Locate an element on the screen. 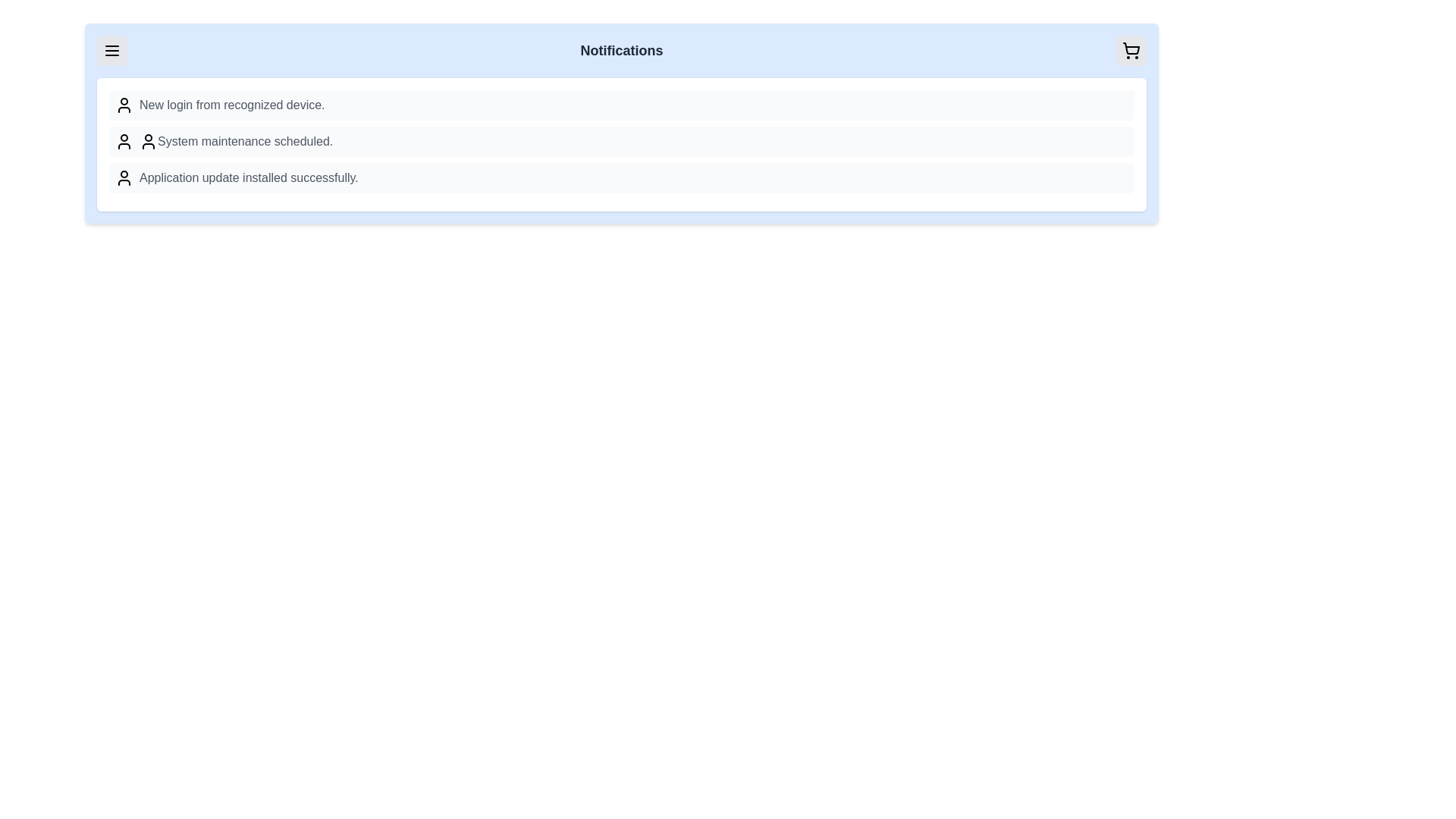 The height and width of the screenshot is (819, 1456). the third notification in the vertically stacked list within the 'Notifications' panel that displays a status notification regarding an application update is located at coordinates (622, 177).